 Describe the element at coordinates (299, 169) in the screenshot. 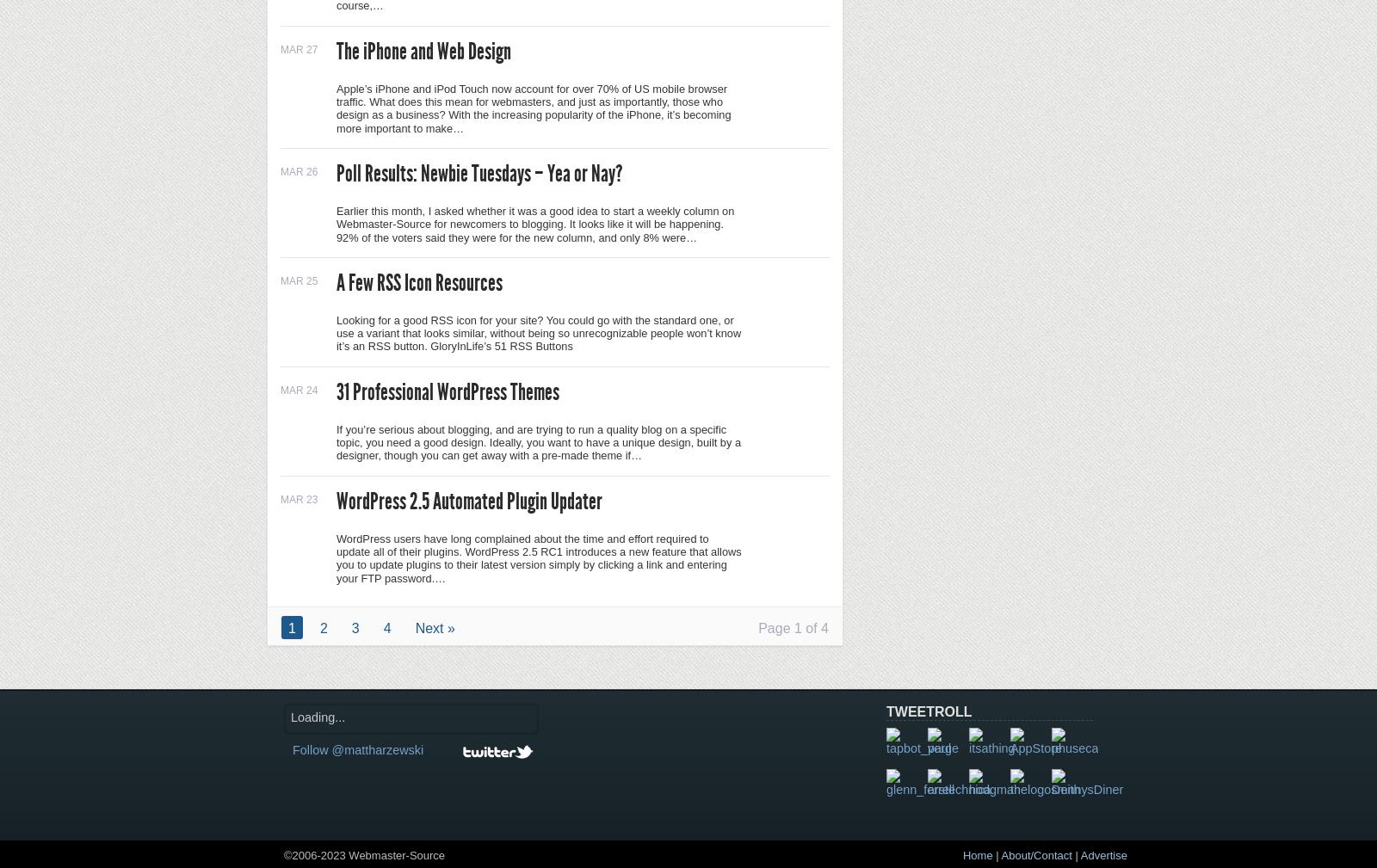

I see `'Mar 26'` at that location.